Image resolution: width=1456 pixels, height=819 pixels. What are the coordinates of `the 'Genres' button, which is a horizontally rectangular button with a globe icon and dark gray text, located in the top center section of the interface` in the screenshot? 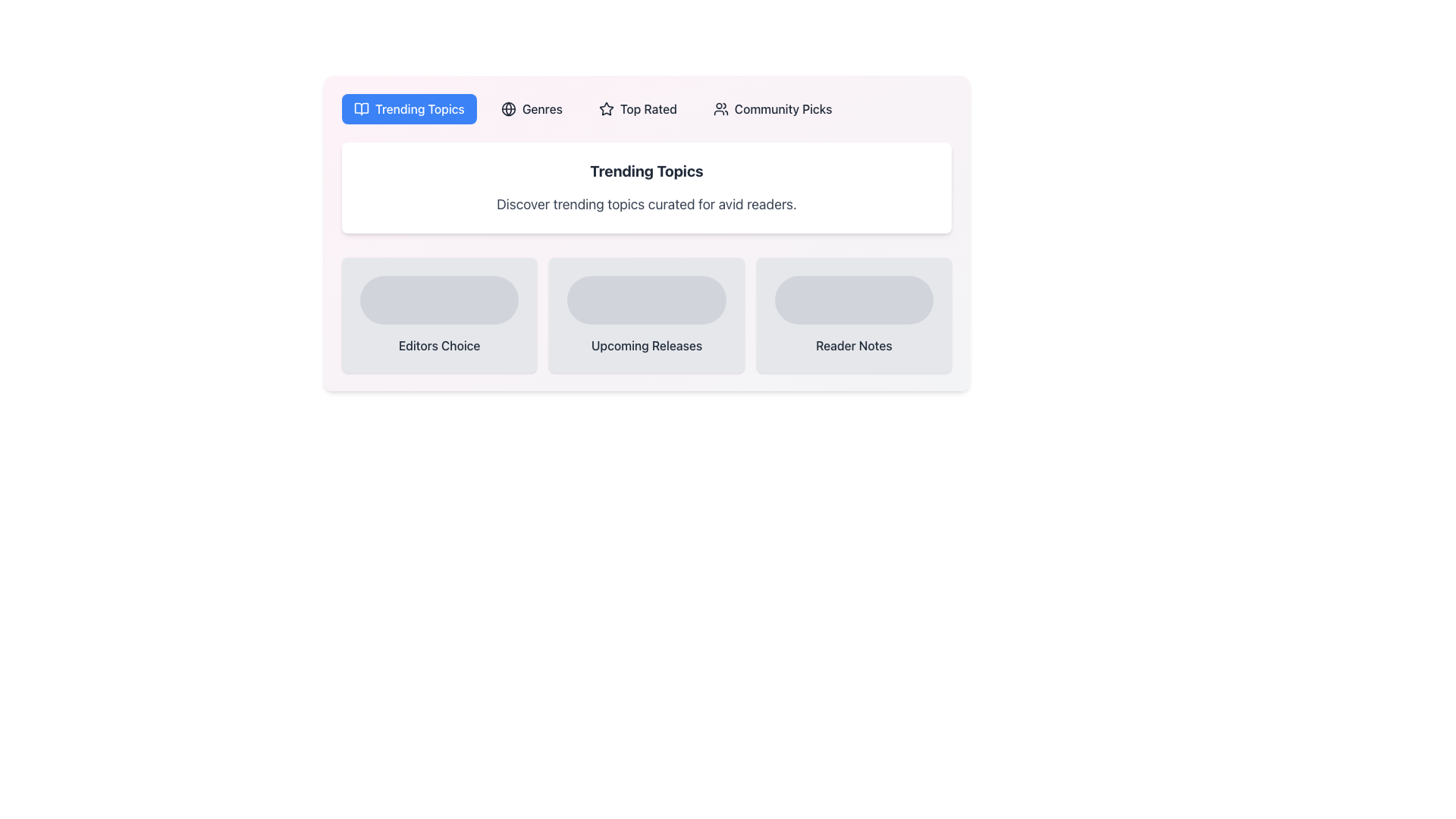 It's located at (531, 108).